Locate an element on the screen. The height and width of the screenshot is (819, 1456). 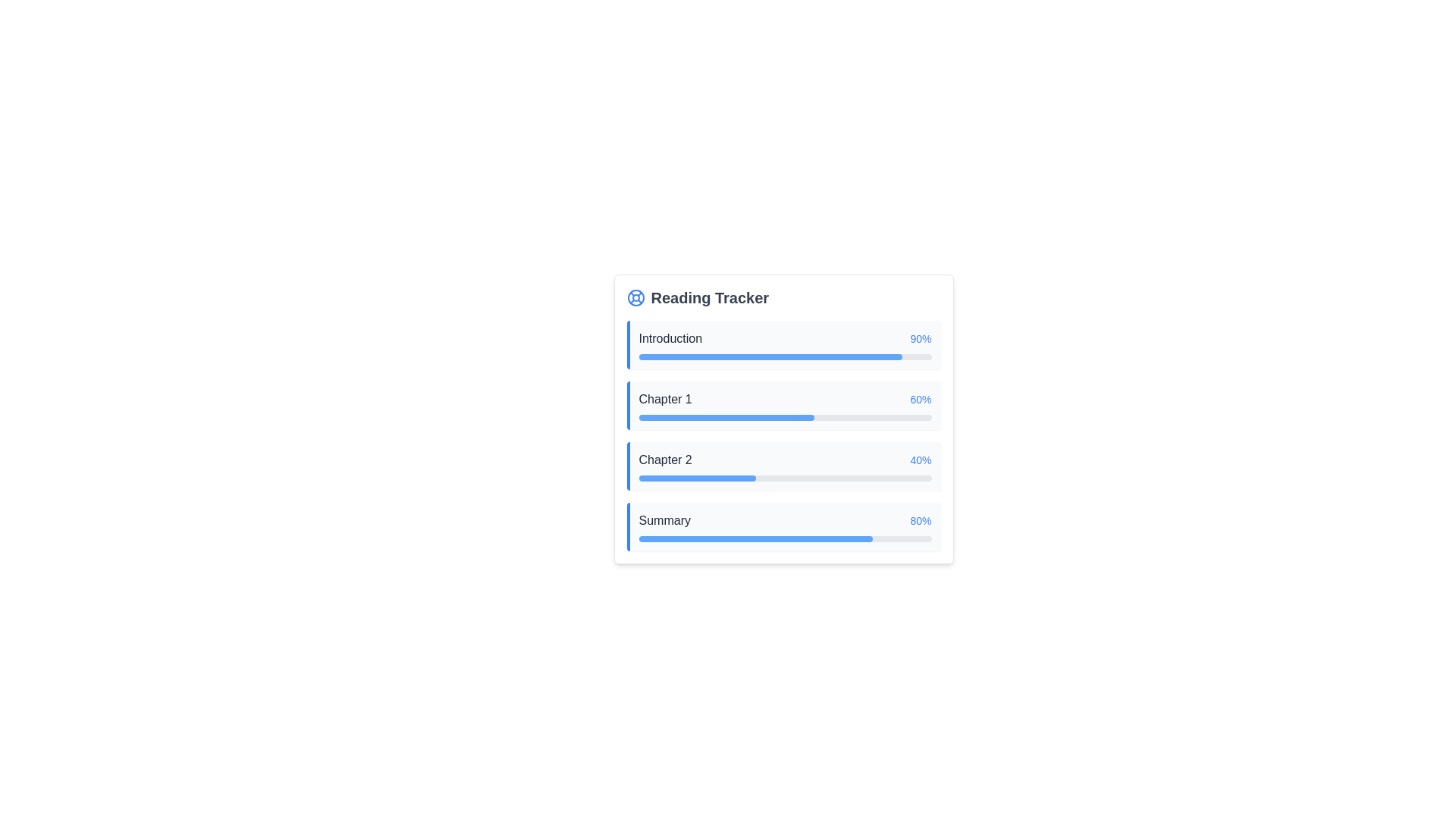
the Progress Summary Row displaying 'Chapter 2' and '40%' to see details, which is the third item in the 'Reading Tracker' panel is located at coordinates (785, 459).